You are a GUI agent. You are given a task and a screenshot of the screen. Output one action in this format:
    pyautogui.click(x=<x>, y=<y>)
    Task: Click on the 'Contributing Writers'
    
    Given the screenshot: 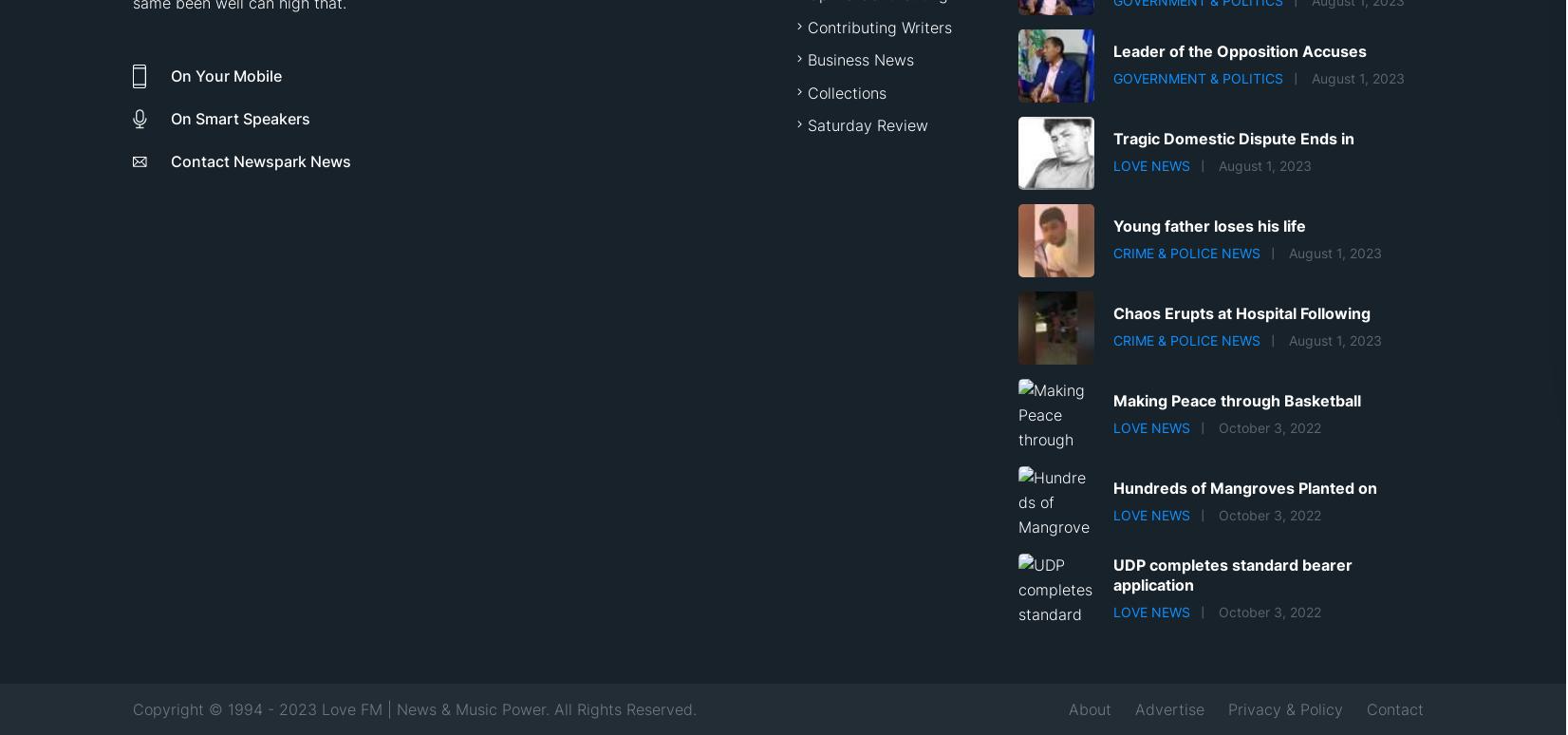 What is the action you would take?
    pyautogui.click(x=878, y=27)
    